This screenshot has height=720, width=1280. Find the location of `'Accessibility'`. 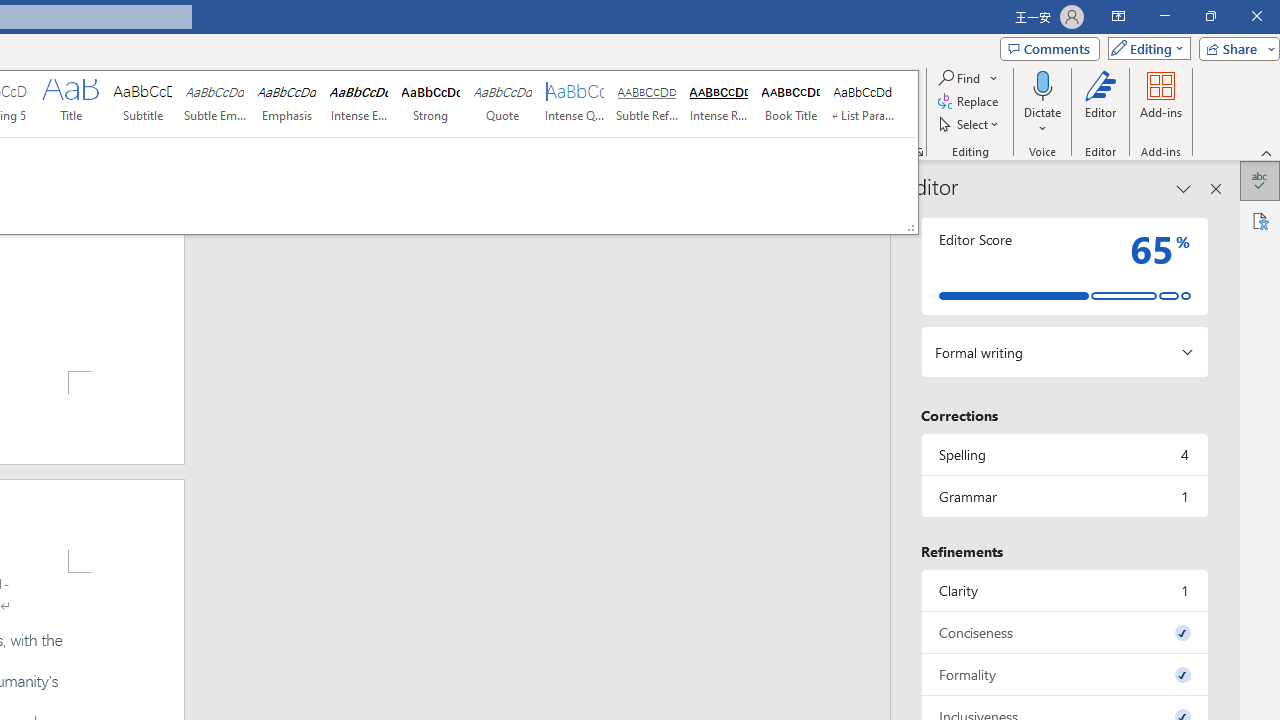

'Accessibility' is located at coordinates (1259, 221).